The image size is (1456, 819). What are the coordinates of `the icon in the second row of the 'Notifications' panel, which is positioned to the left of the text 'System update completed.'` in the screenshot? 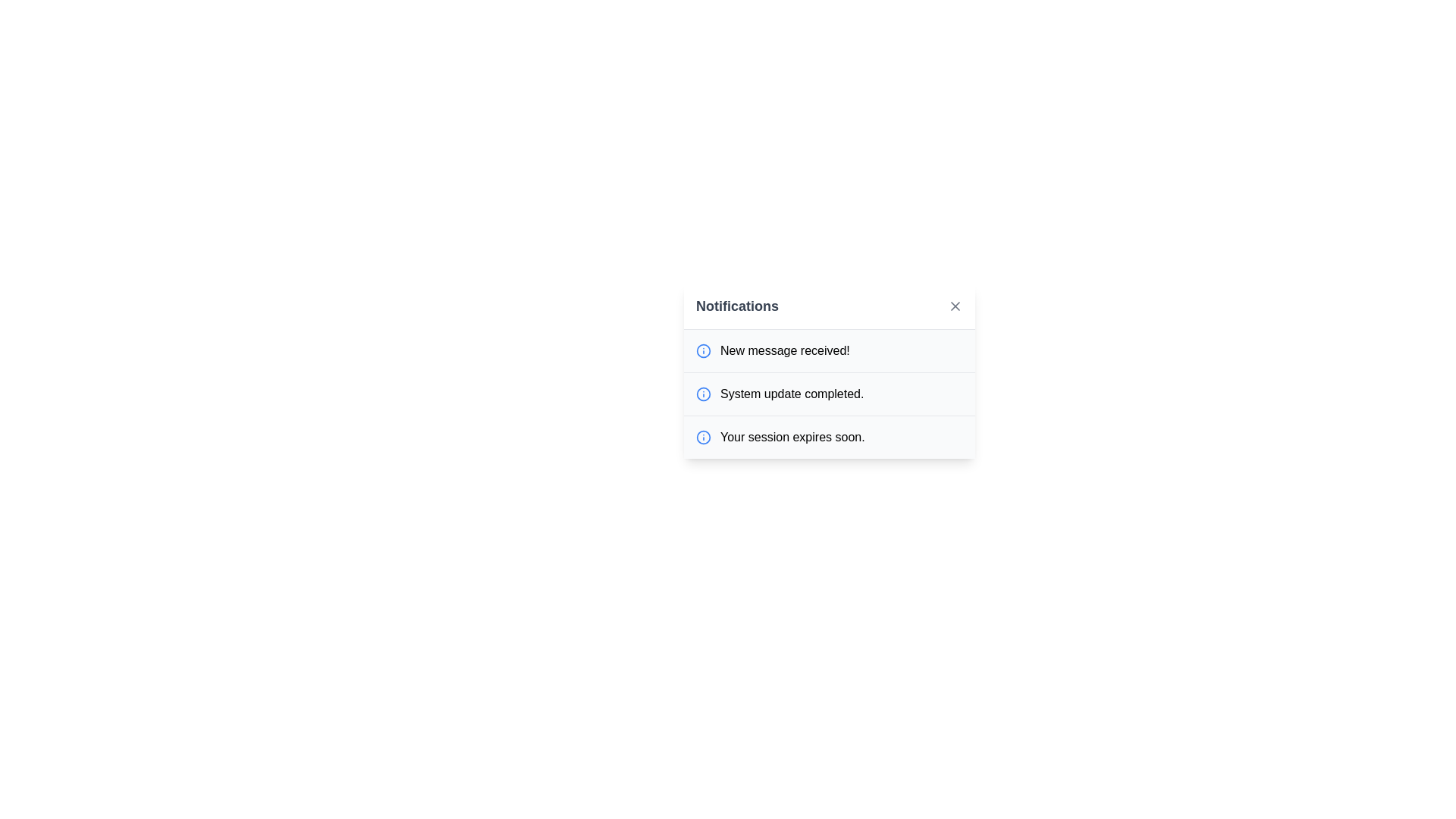 It's located at (702, 394).